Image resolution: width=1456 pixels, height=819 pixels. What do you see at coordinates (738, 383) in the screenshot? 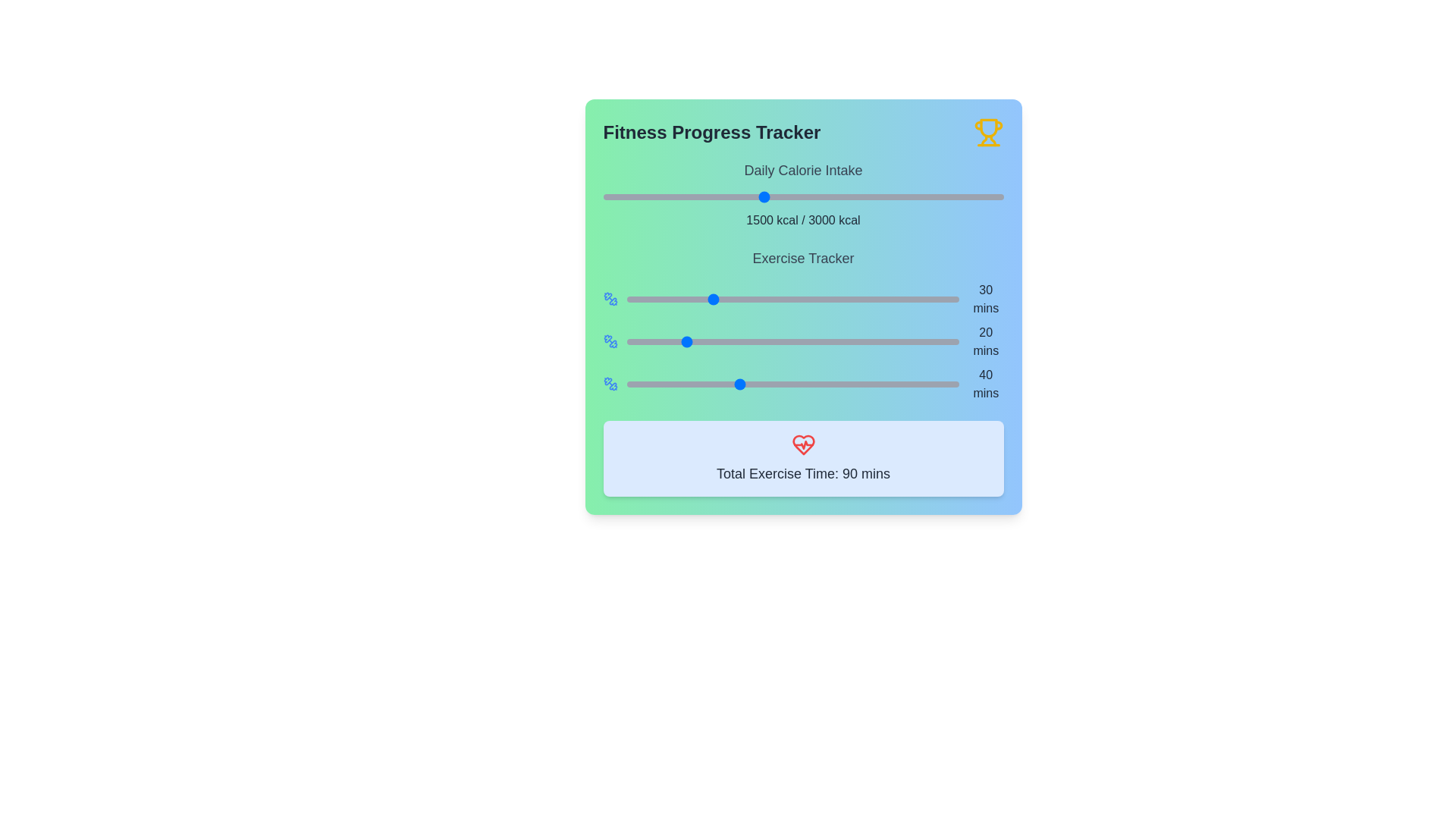
I see `the exercise duration` at bounding box center [738, 383].